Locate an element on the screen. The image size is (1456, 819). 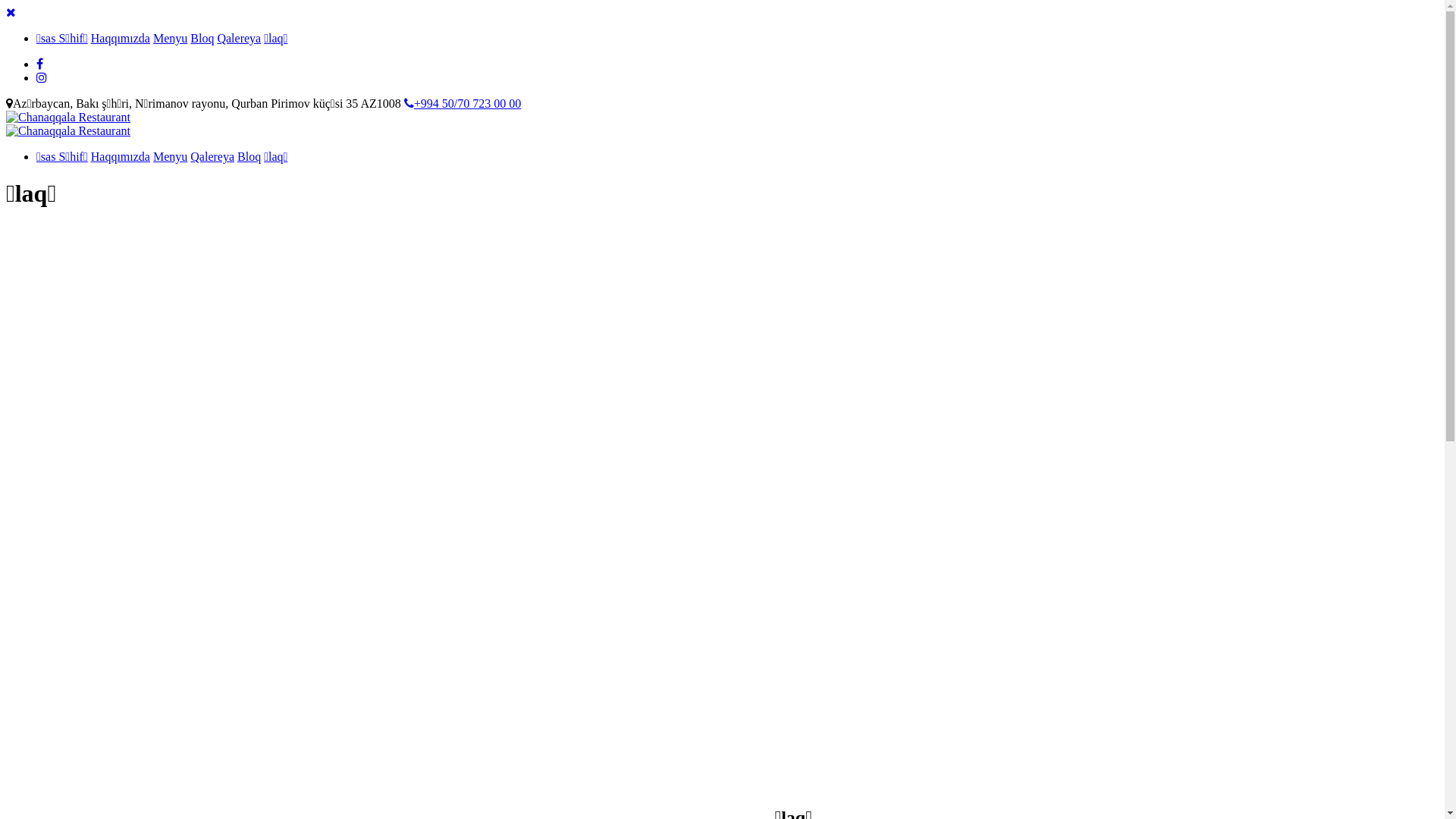
'+994 50/70 723 00 00' is located at coordinates (403, 102).